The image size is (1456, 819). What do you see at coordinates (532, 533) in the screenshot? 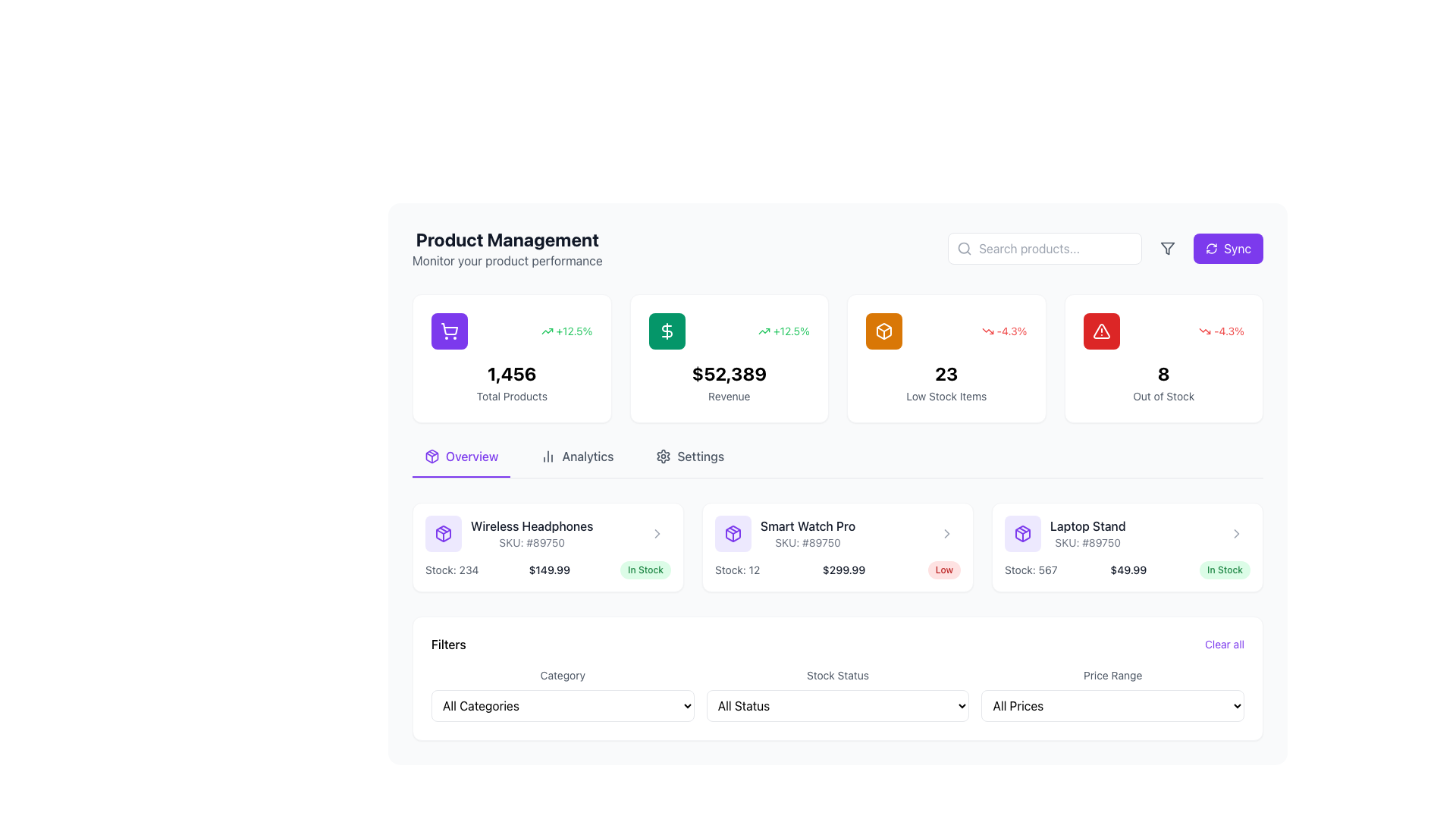
I see `the static text component that displays product details, including its name and SKU identifier, located in the second row of the interface, first from the left` at bounding box center [532, 533].